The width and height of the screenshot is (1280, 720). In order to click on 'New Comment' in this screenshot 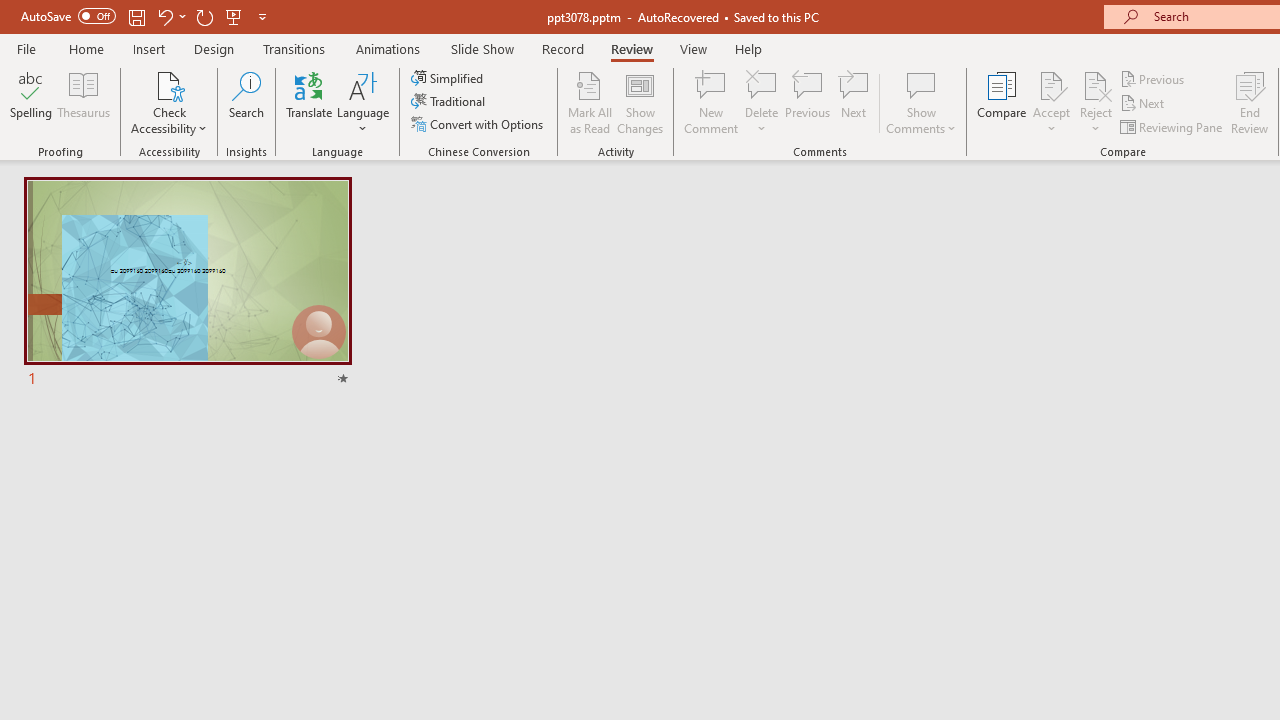, I will do `click(711, 103)`.